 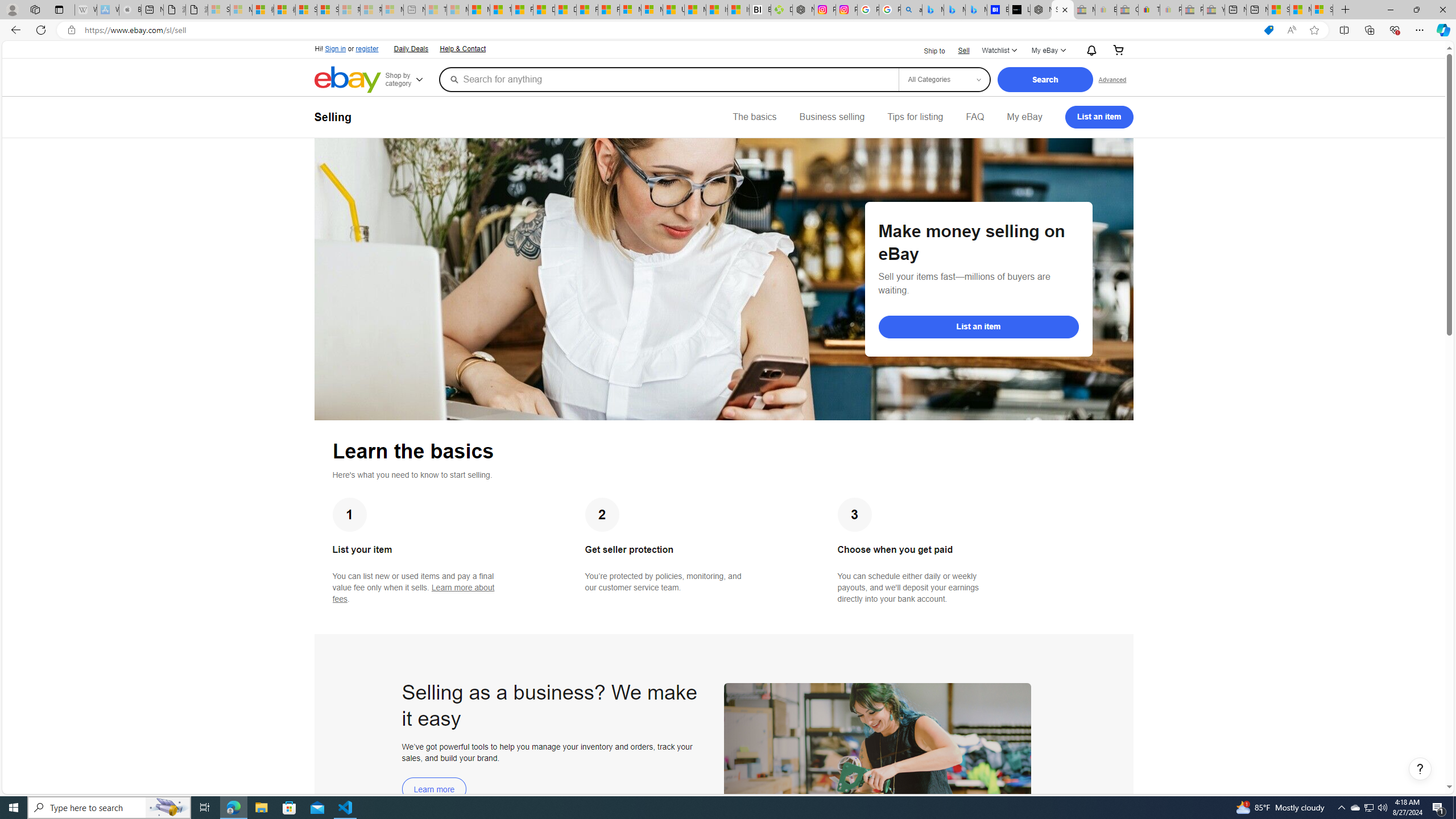 What do you see at coordinates (832, 116) in the screenshot?
I see `'Business selling'` at bounding box center [832, 116].